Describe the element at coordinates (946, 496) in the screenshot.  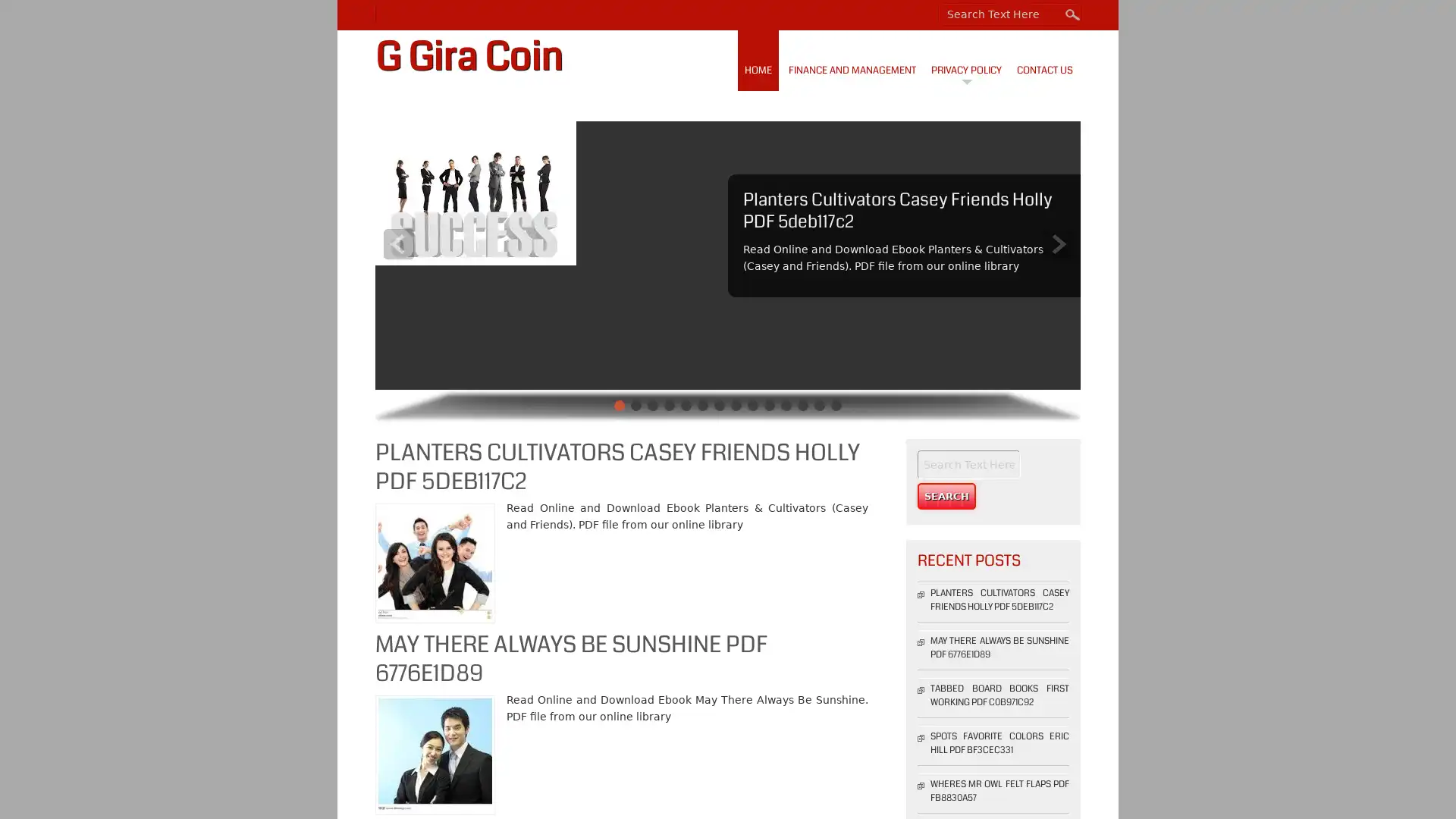
I see `Search` at that location.